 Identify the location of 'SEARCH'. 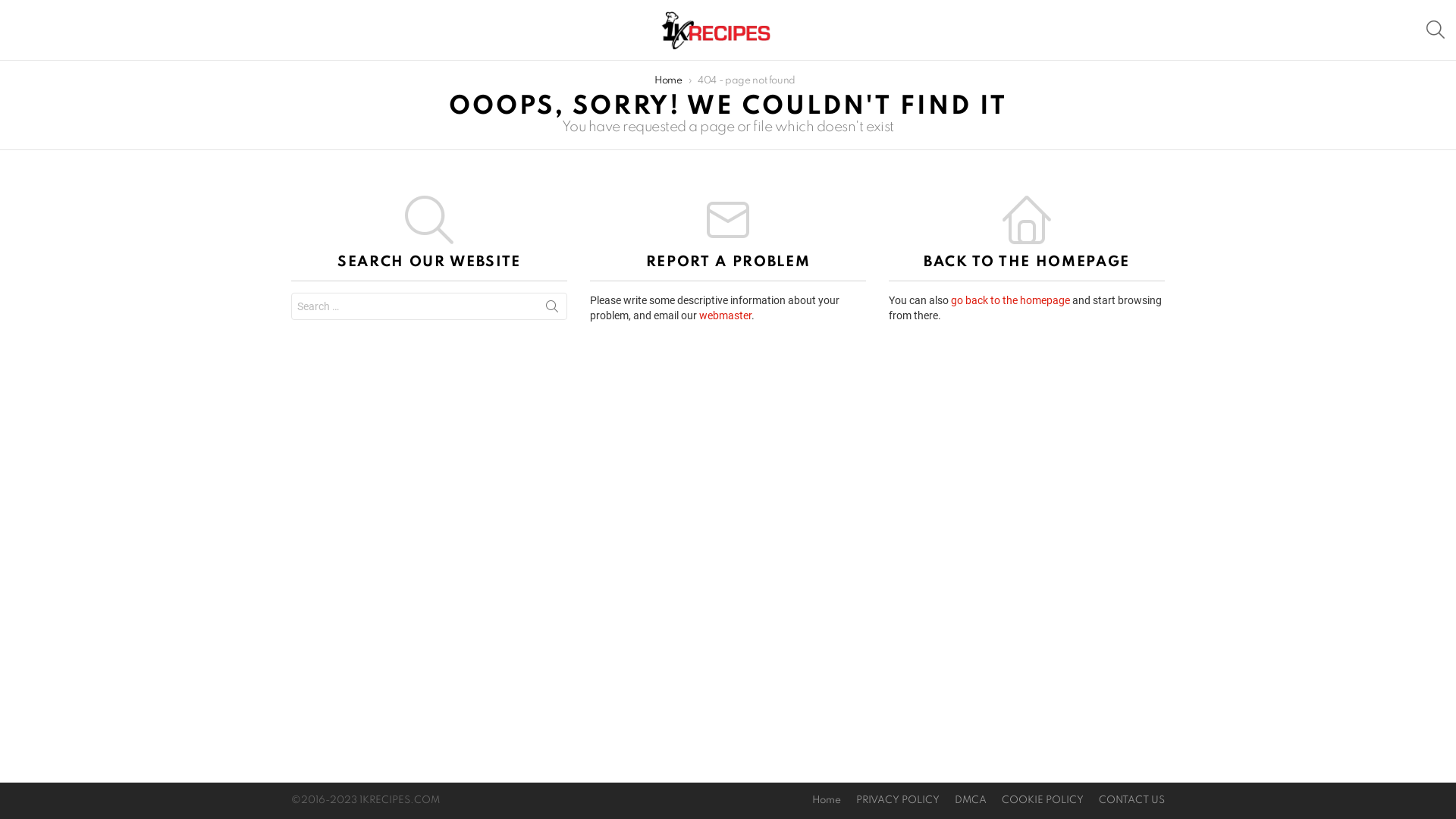
(551, 309).